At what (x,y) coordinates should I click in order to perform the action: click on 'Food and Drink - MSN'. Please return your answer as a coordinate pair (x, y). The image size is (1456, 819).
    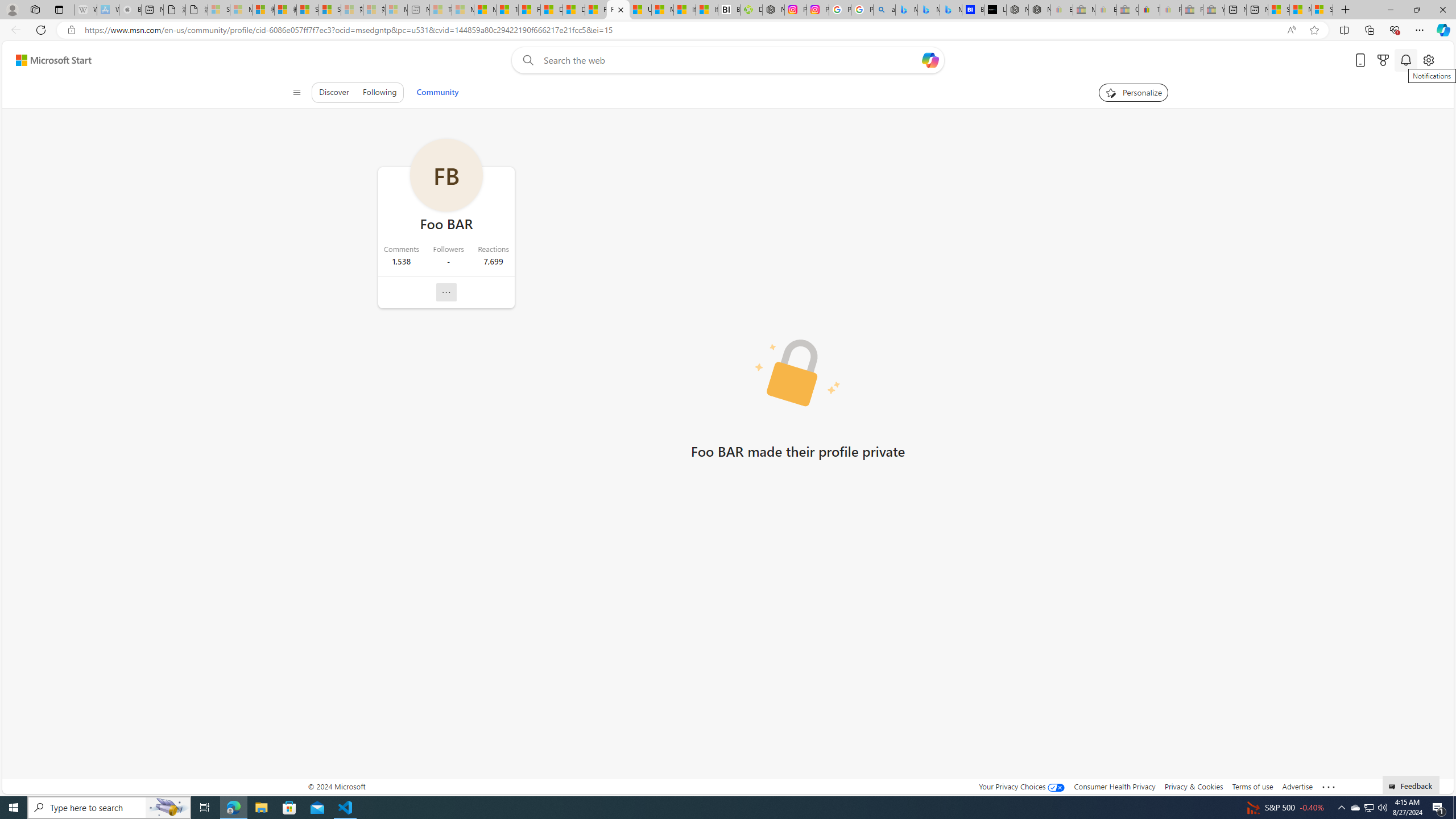
    Looking at the image, I should click on (529, 9).